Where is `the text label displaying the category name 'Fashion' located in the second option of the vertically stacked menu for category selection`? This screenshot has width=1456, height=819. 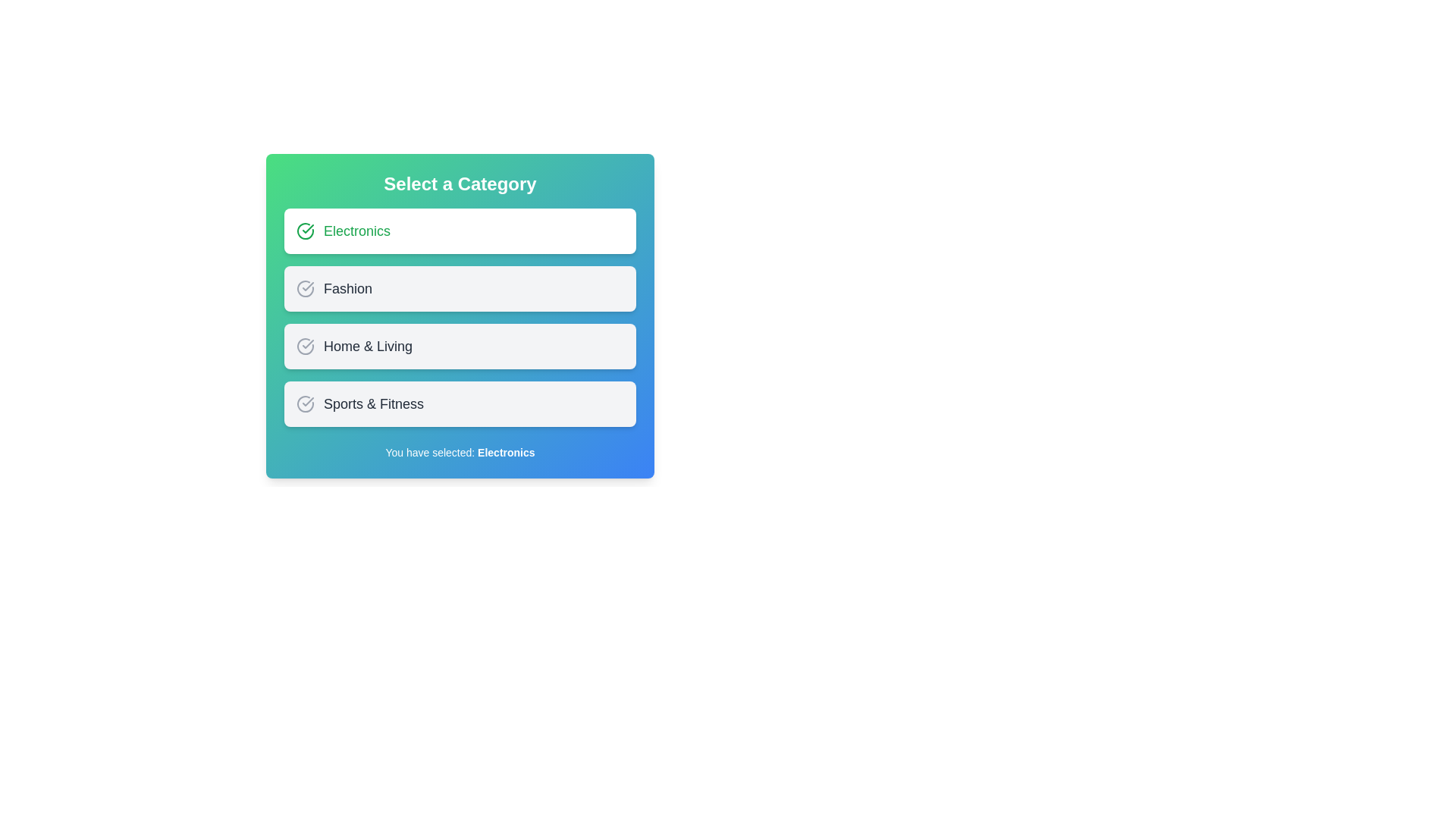 the text label displaying the category name 'Fashion' located in the second option of the vertically stacked menu for category selection is located at coordinates (347, 289).